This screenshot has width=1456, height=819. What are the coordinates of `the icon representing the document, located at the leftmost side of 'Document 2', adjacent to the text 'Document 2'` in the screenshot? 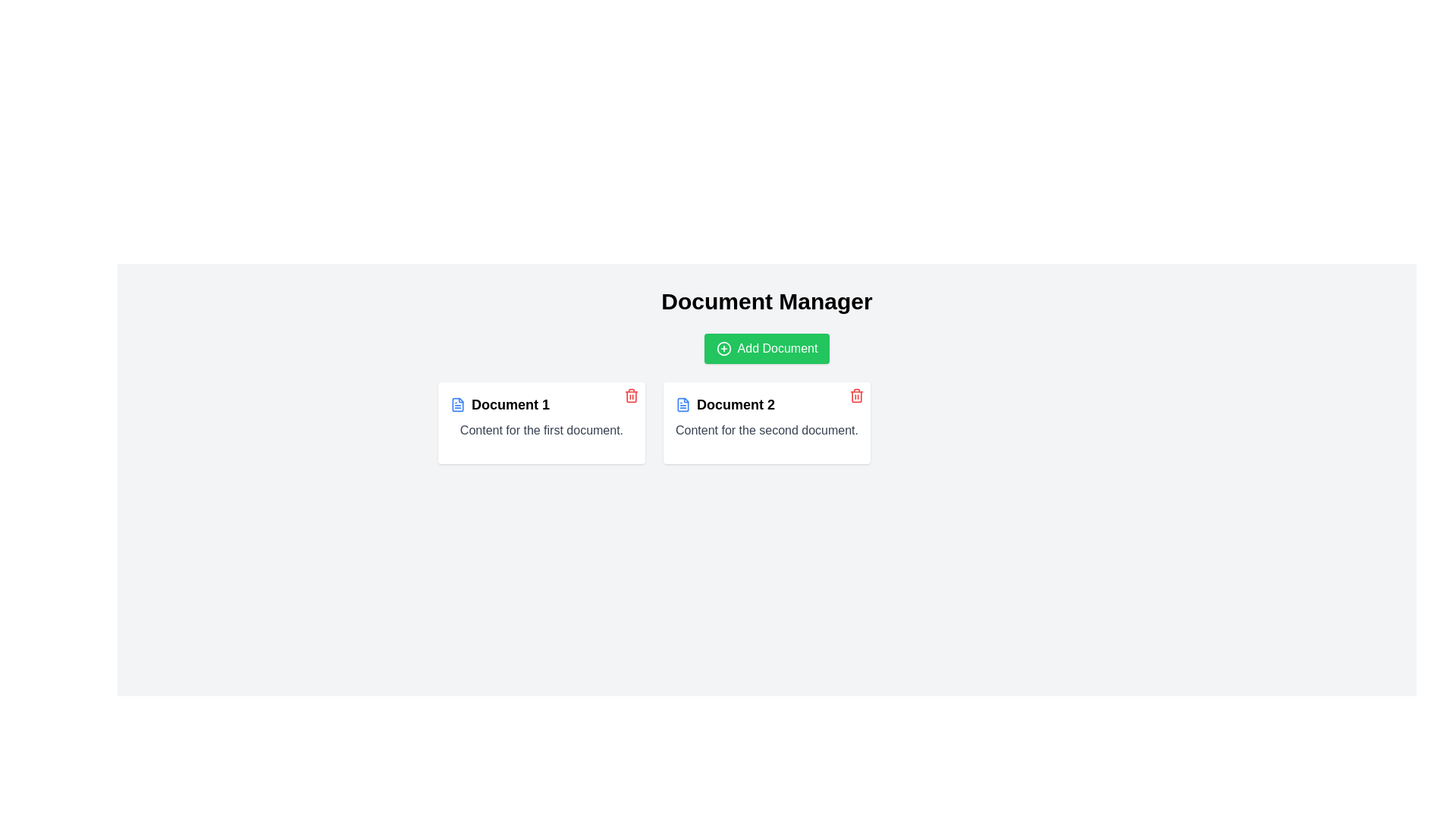 It's located at (682, 403).